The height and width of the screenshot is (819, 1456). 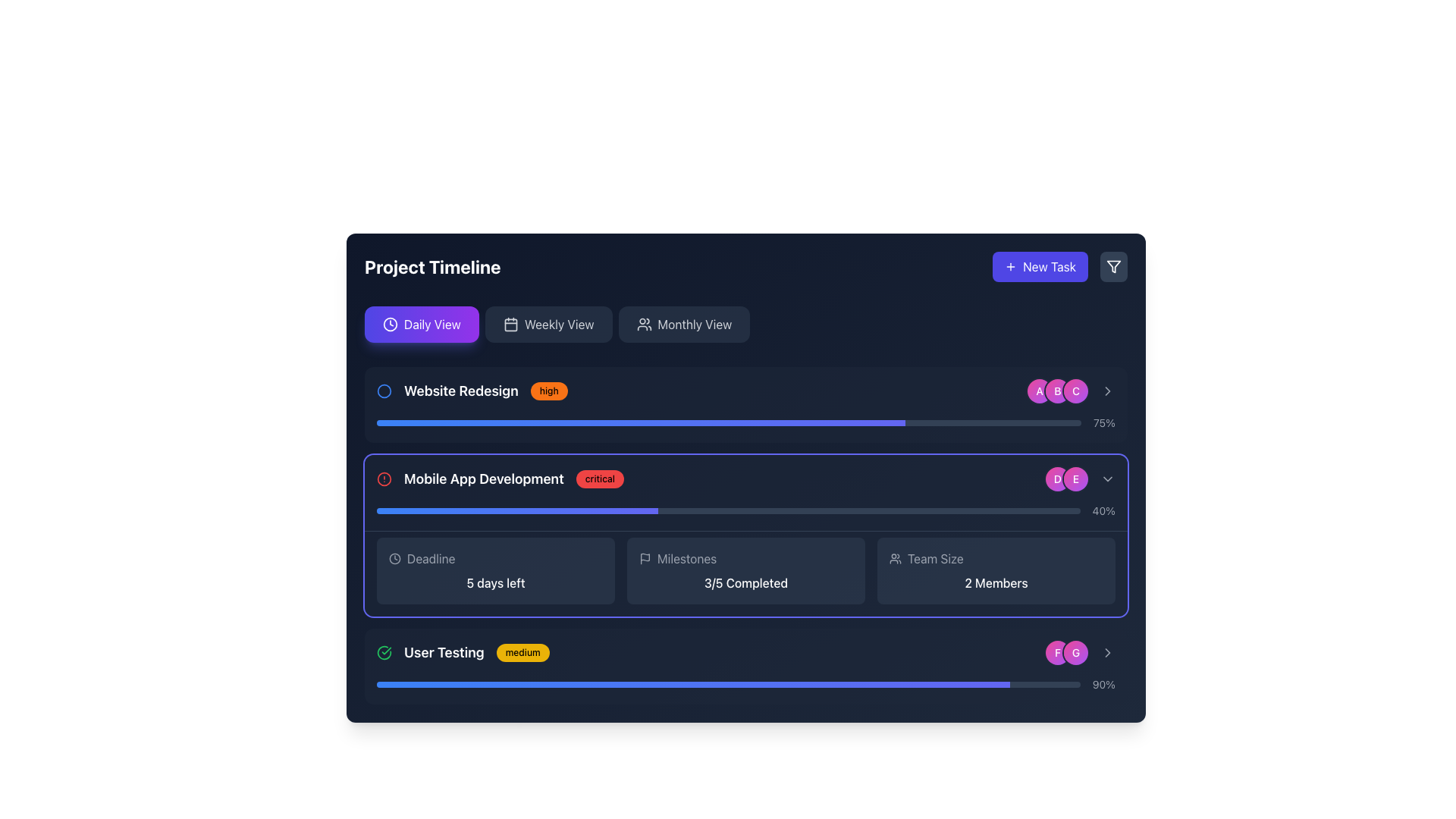 I want to click on the blue outlined circle icon next to the text 'Website Redesign' in the 'Project Timeline' section, so click(x=384, y=391).